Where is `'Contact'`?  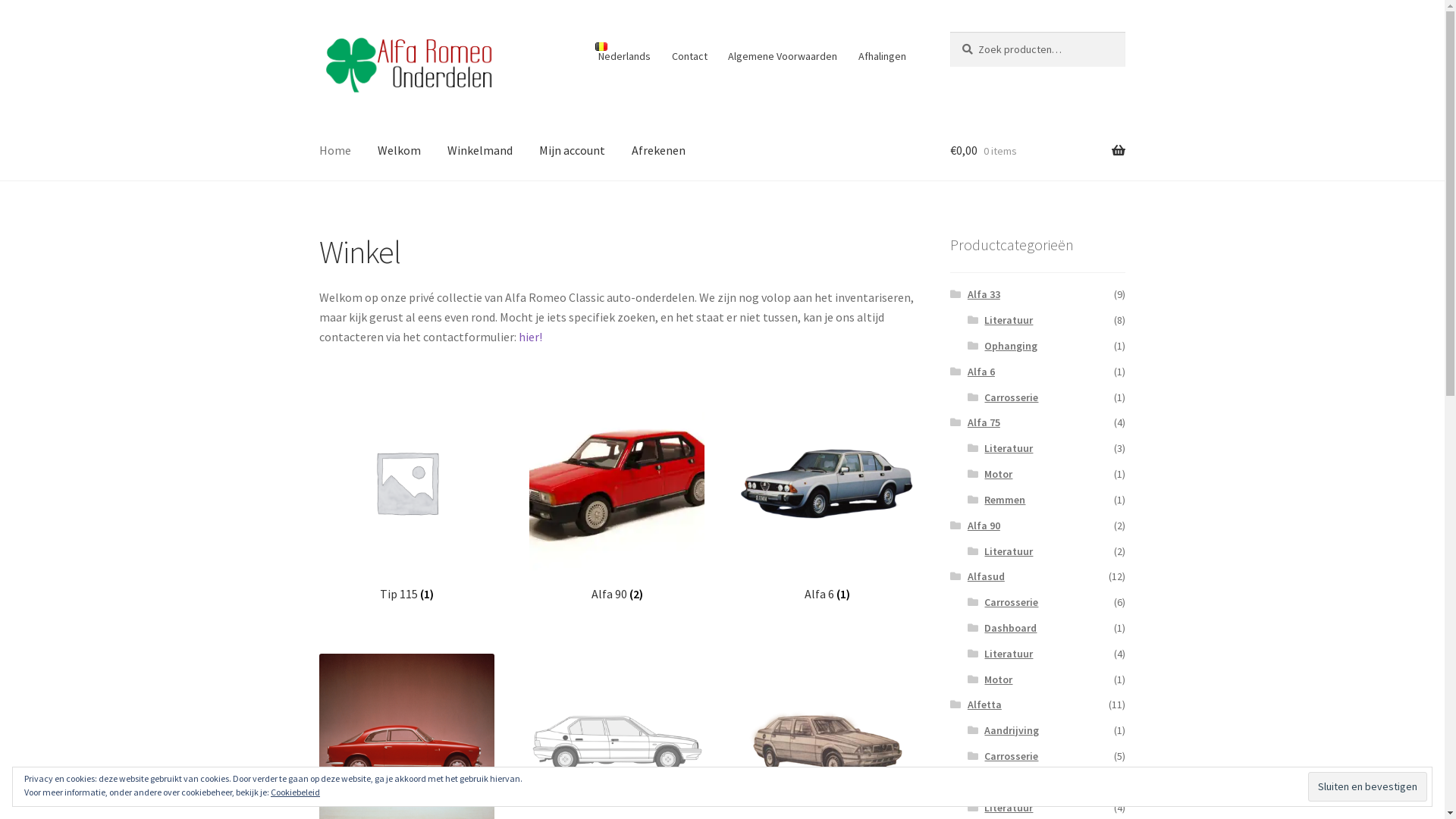 'Contact' is located at coordinates (688, 55).